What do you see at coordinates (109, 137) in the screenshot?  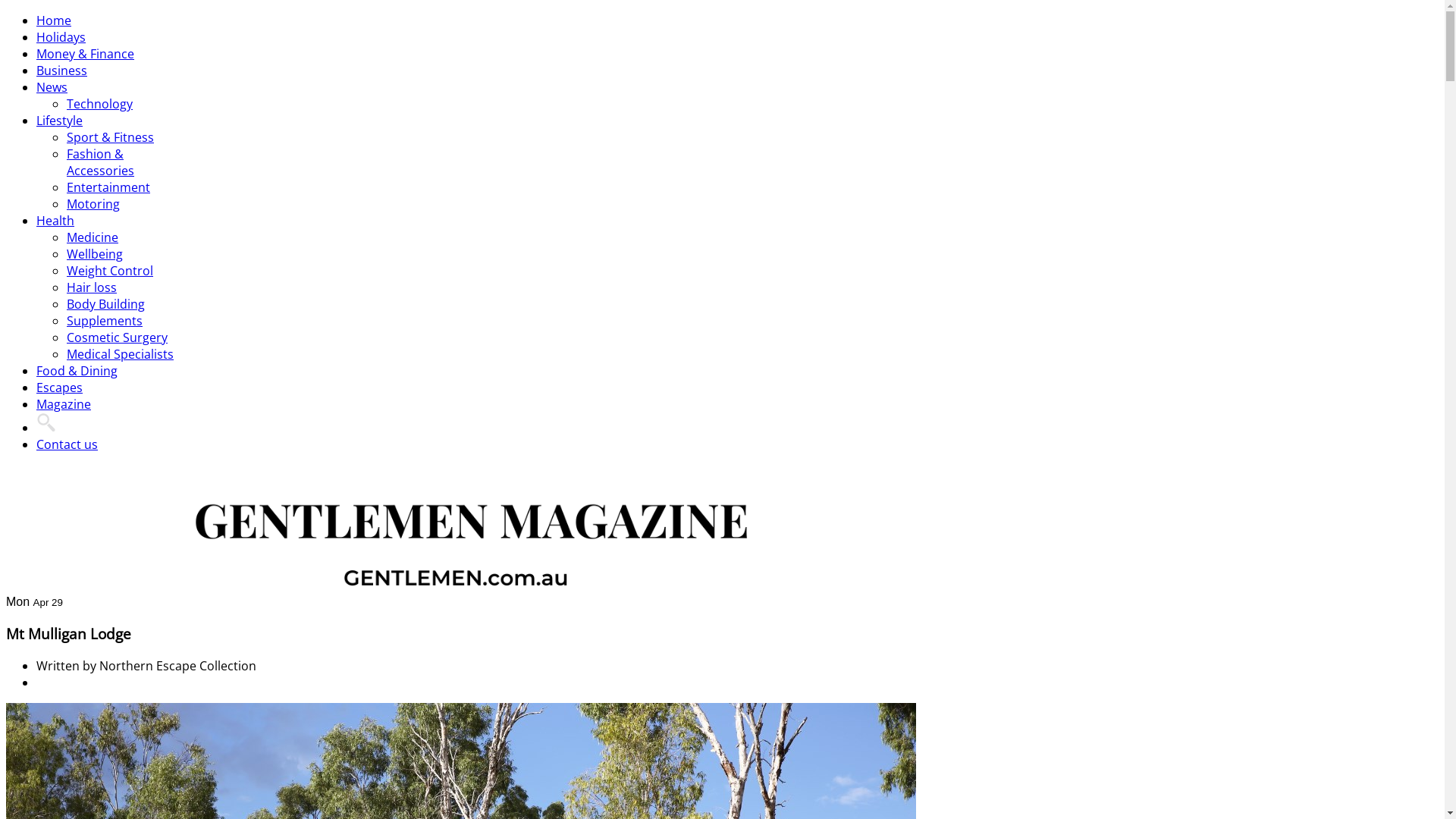 I see `'Sport & Fitness'` at bounding box center [109, 137].